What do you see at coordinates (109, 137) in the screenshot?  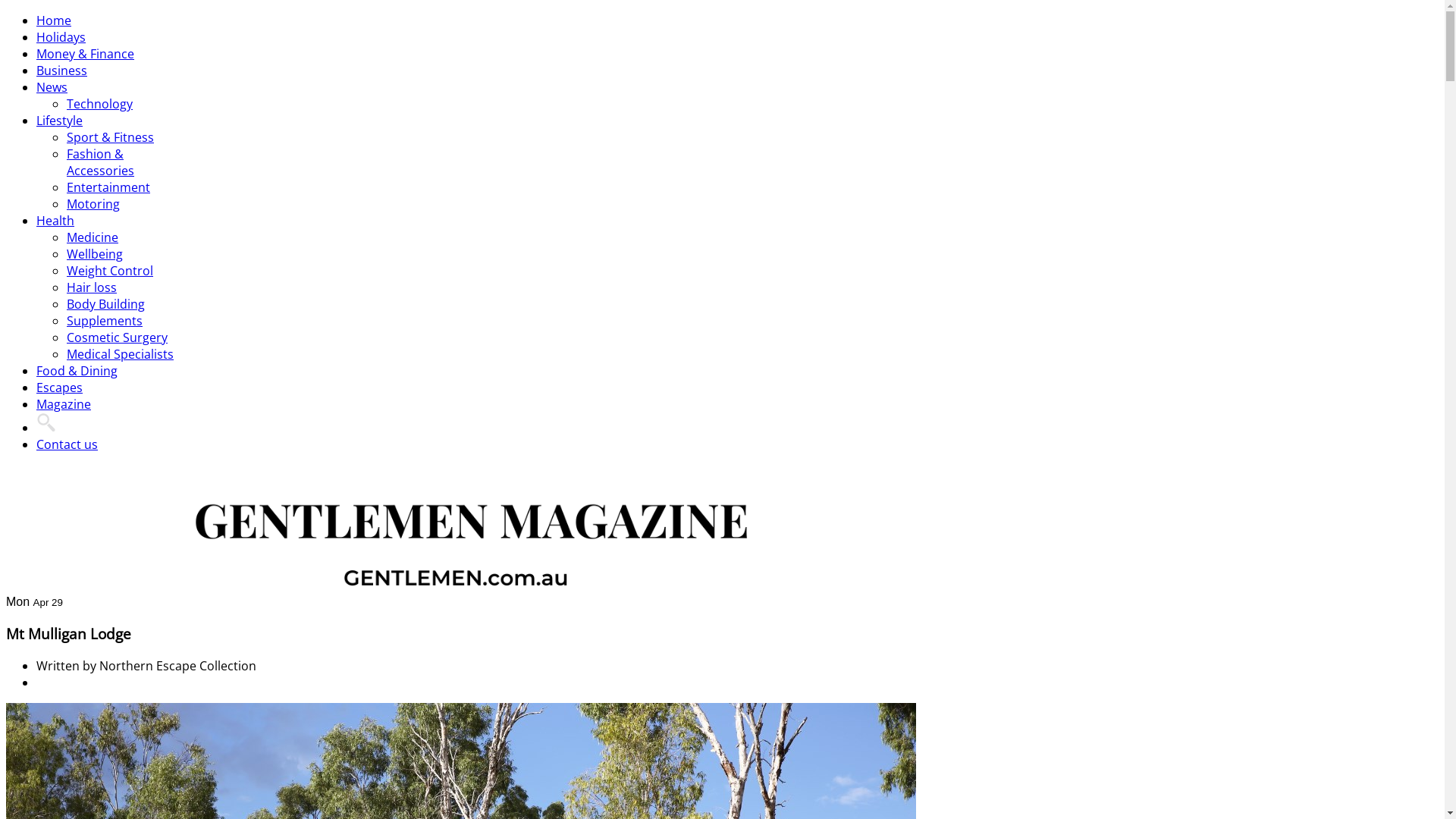 I see `'Sport & Fitness'` at bounding box center [109, 137].